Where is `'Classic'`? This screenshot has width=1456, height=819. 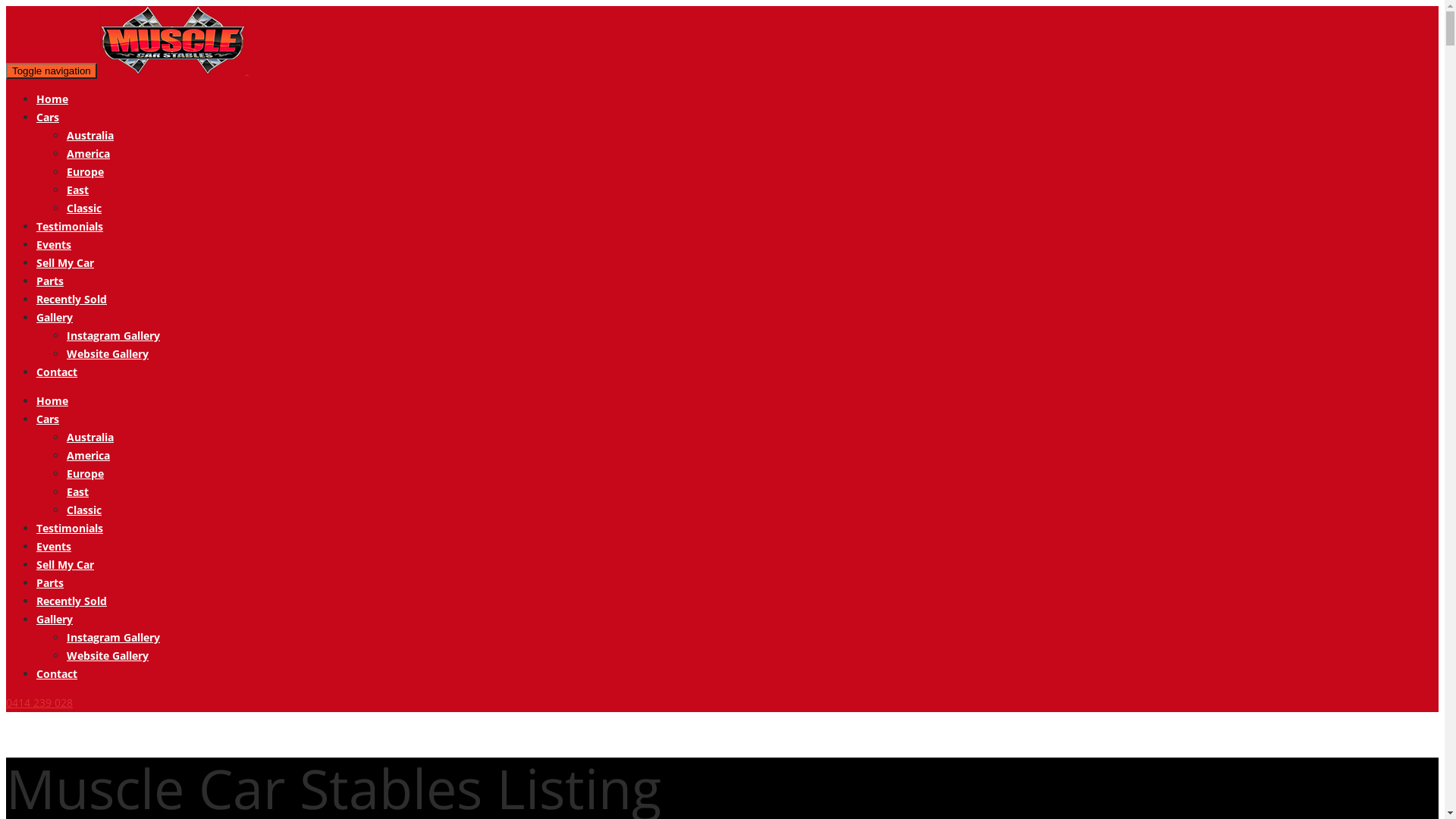 'Classic' is located at coordinates (83, 208).